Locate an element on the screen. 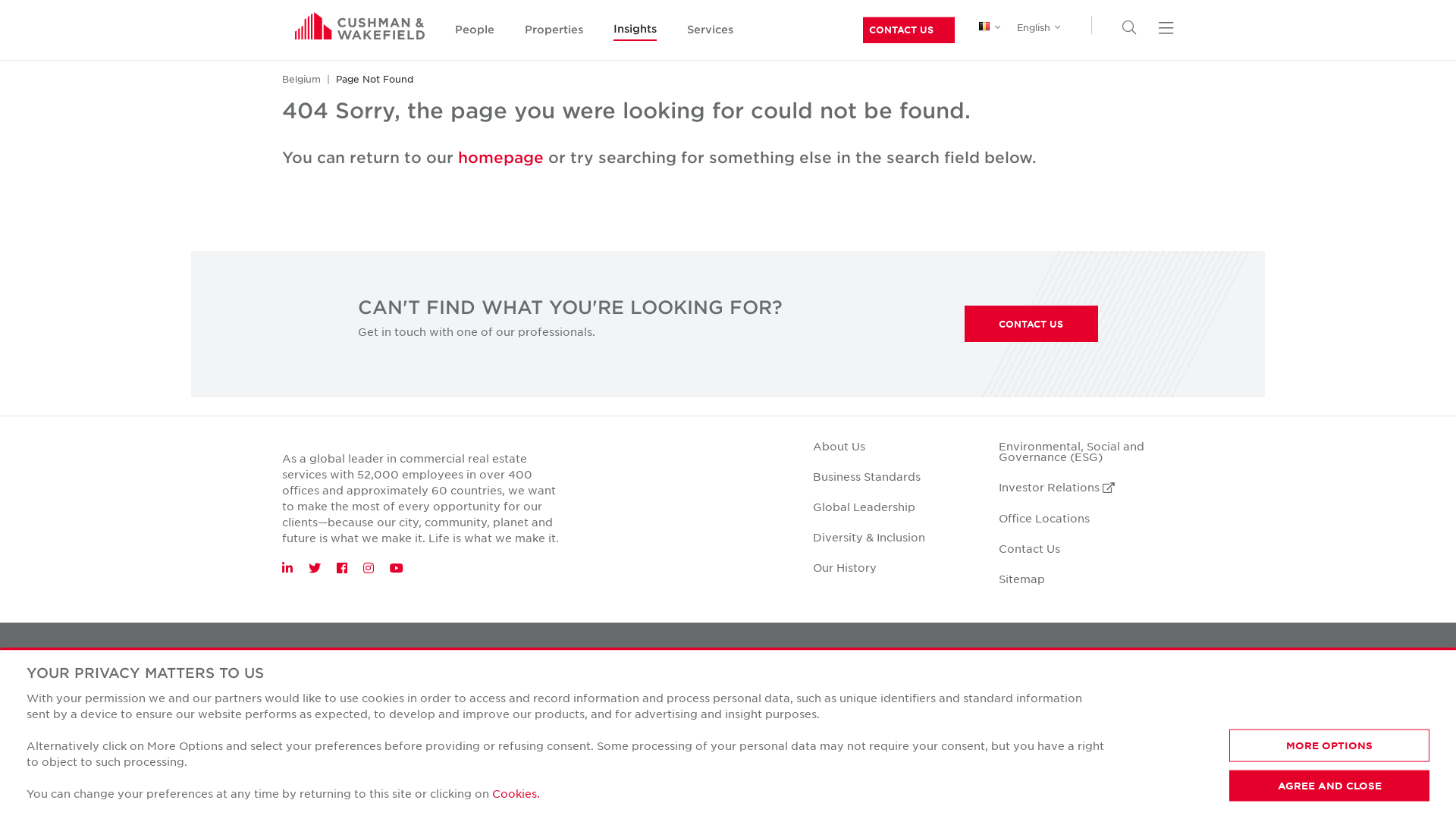 The width and height of the screenshot is (1456, 819). 'Services' is located at coordinates (709, 30).